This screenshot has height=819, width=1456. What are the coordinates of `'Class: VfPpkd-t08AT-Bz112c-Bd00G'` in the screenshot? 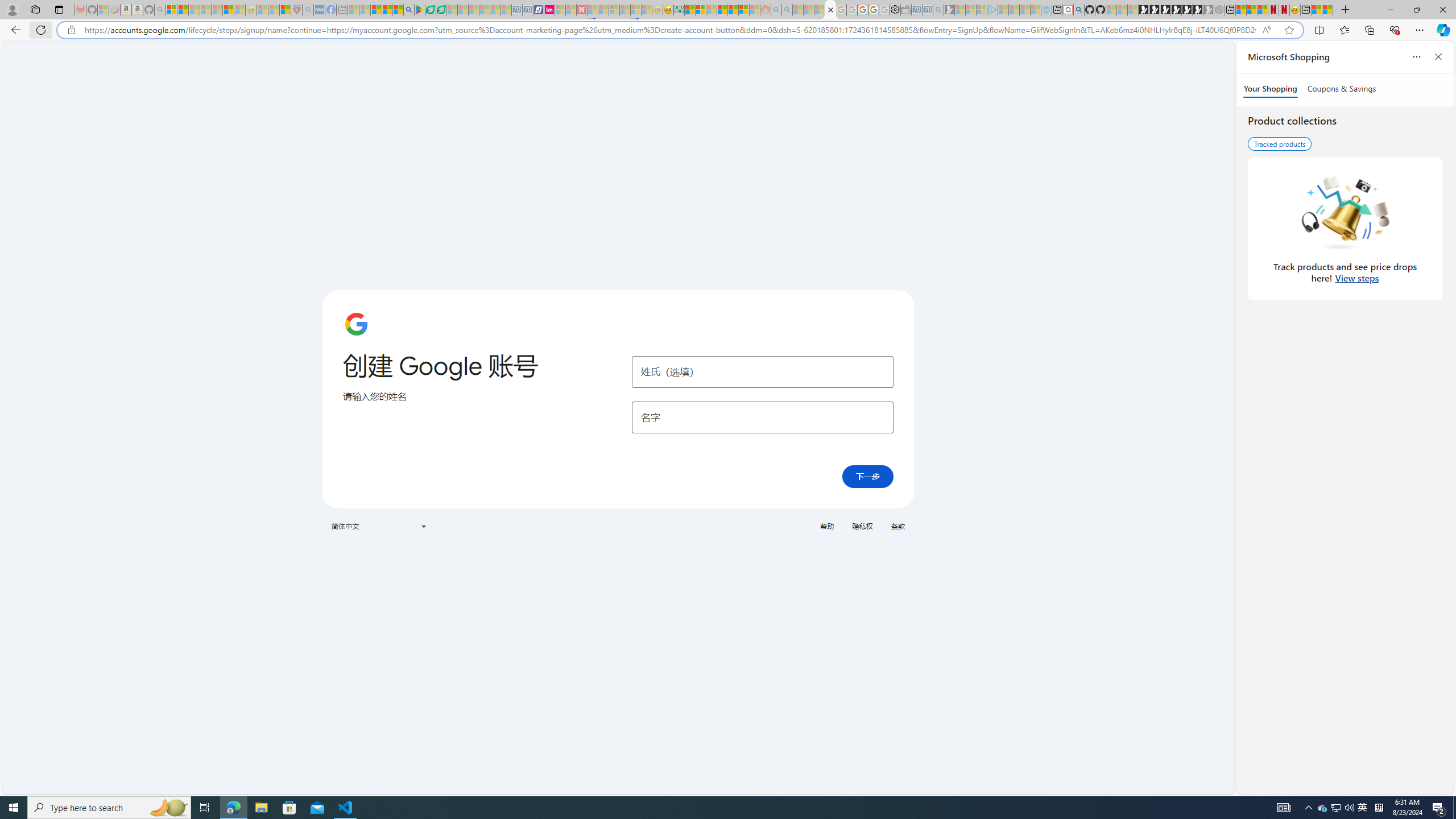 It's located at (423, 526).